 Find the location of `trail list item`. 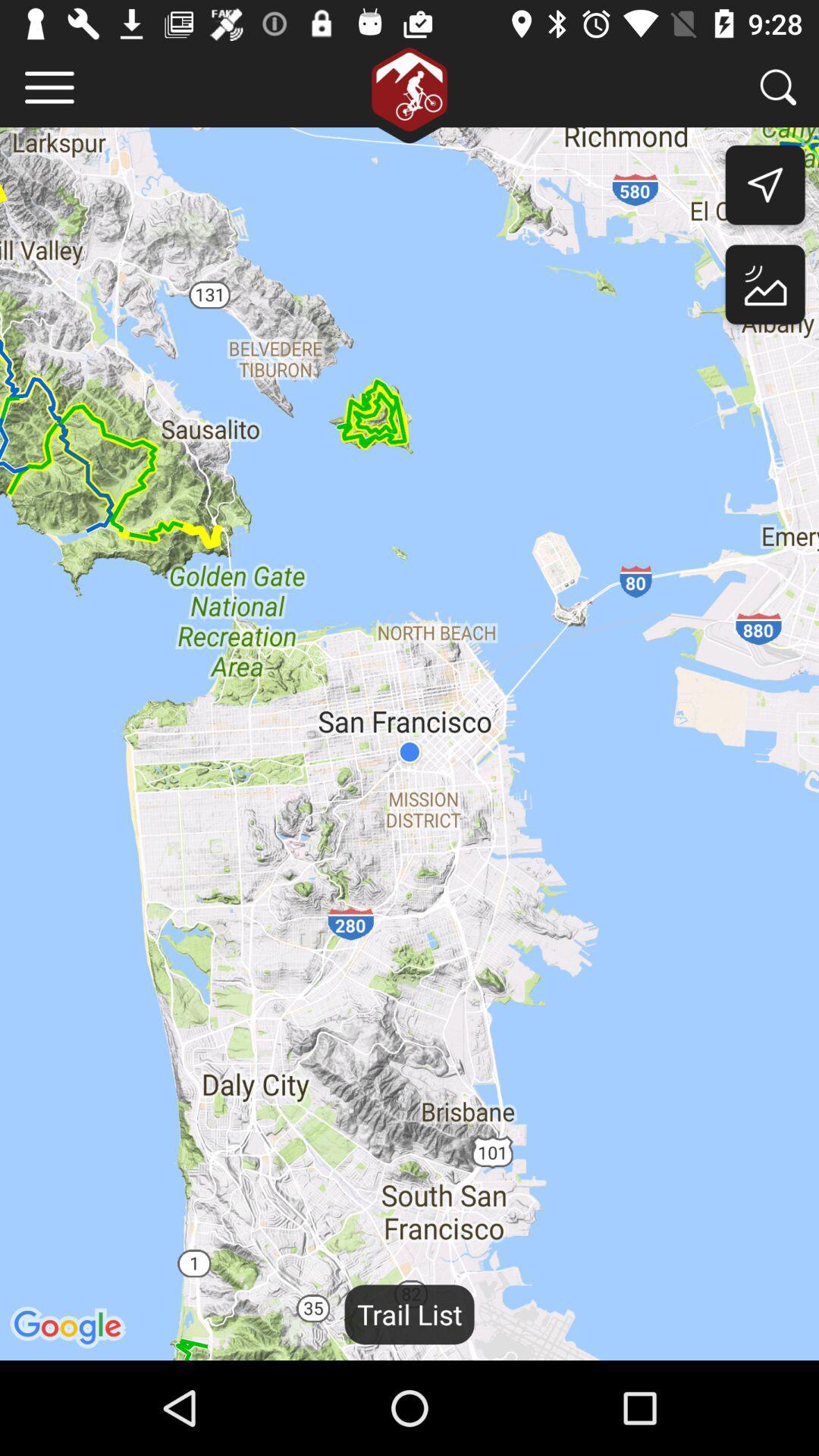

trail list item is located at coordinates (409, 1313).